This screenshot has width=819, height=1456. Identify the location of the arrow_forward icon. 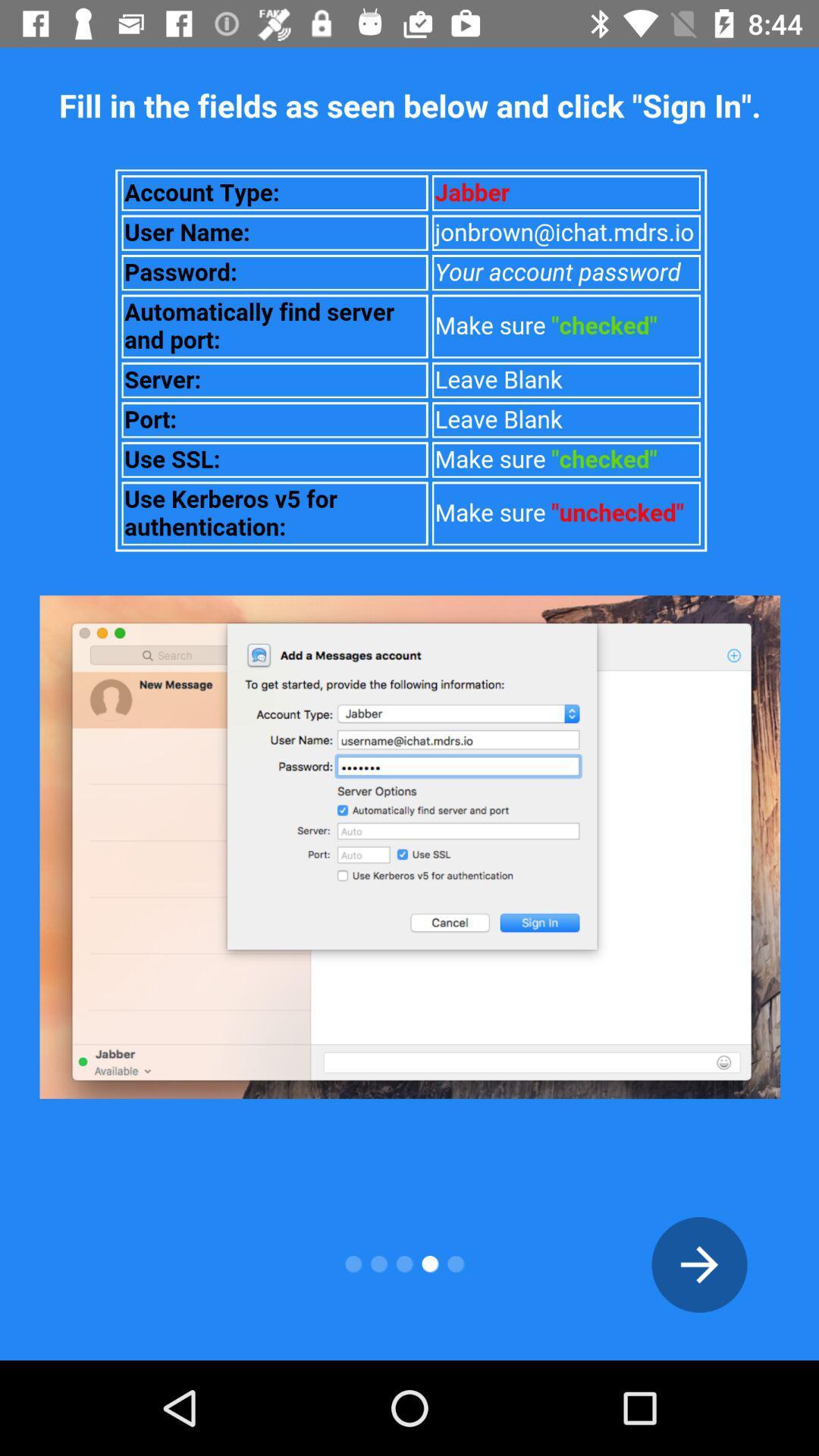
(699, 1264).